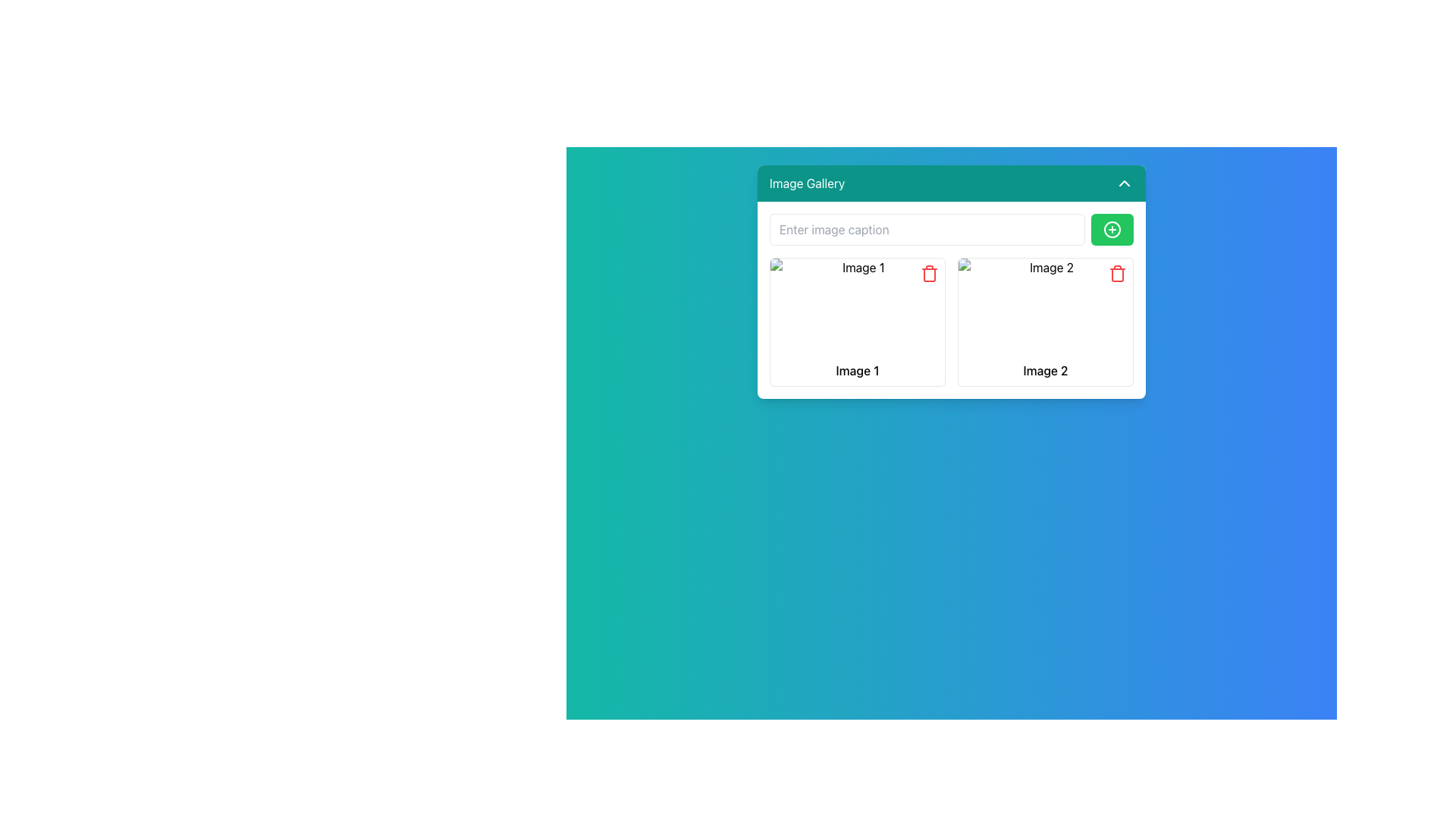  Describe the element at coordinates (1112, 230) in the screenshot. I see `the circular green button with a '+' symbol at the top-right corner of the 'Image Gallery' card` at that location.